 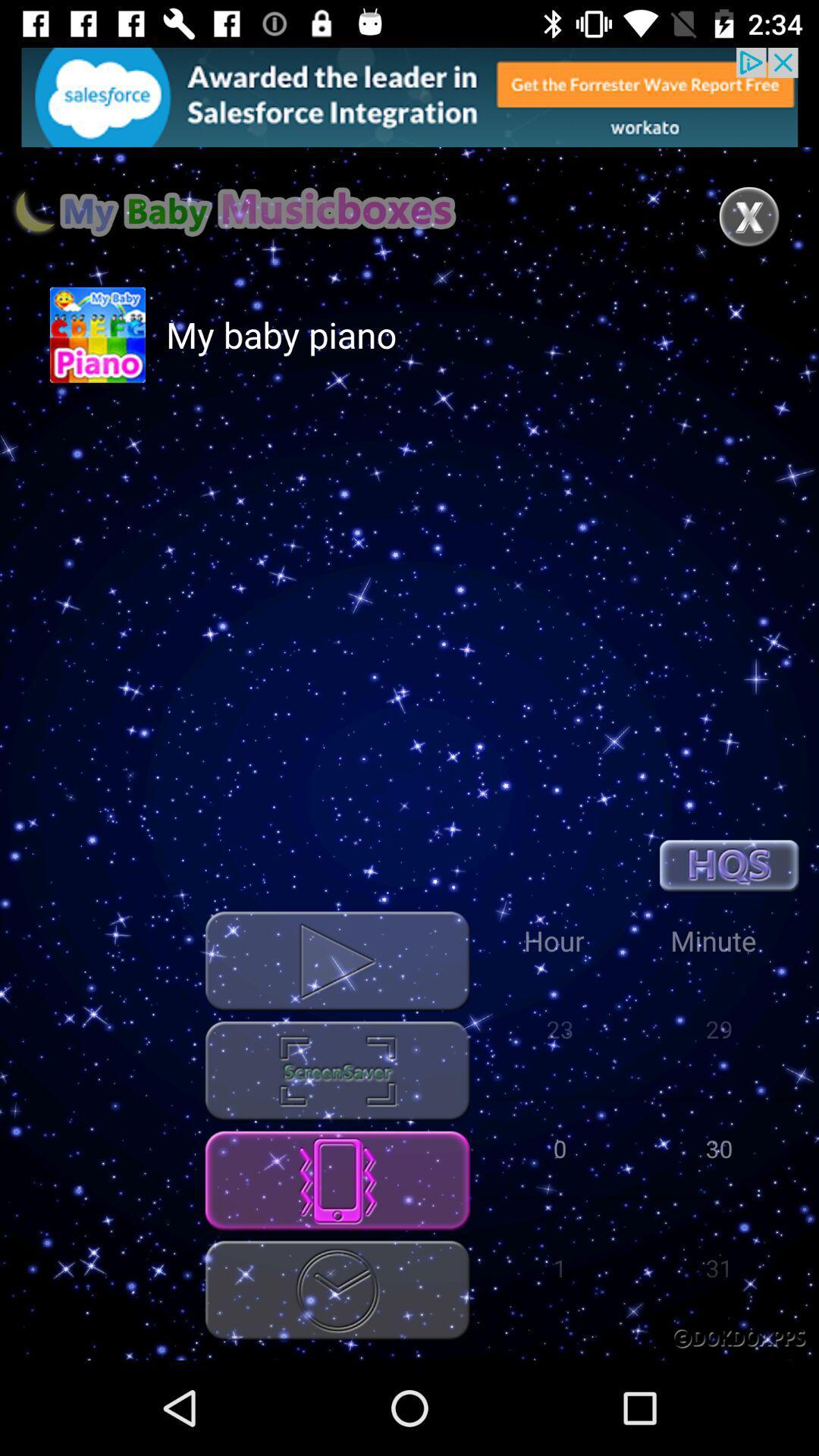 I want to click on open advertisements, so click(x=409, y=96).